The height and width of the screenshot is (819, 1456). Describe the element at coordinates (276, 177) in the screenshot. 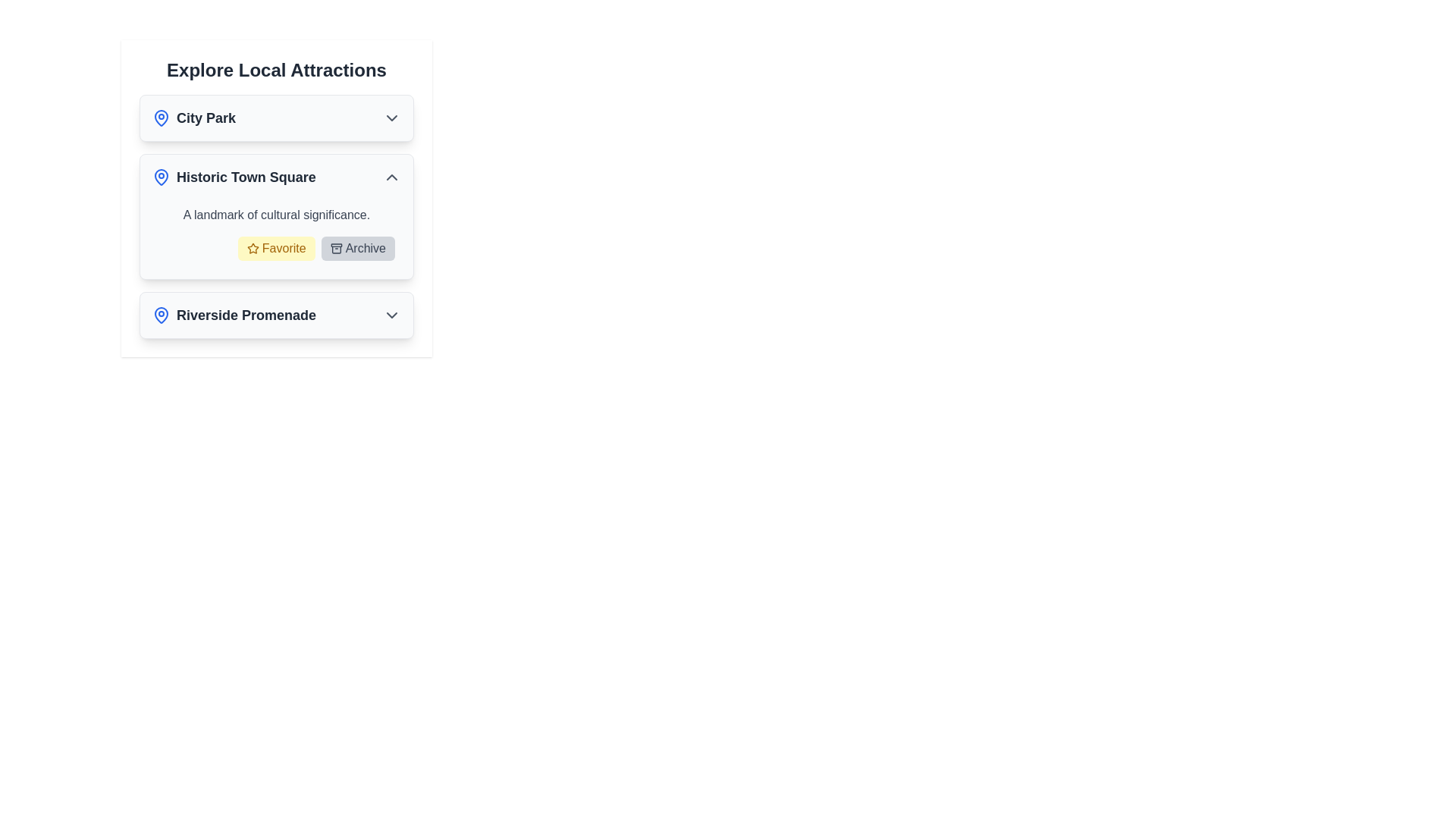

I see `the second interactive list item labeled 'Historic Town Square'` at that location.